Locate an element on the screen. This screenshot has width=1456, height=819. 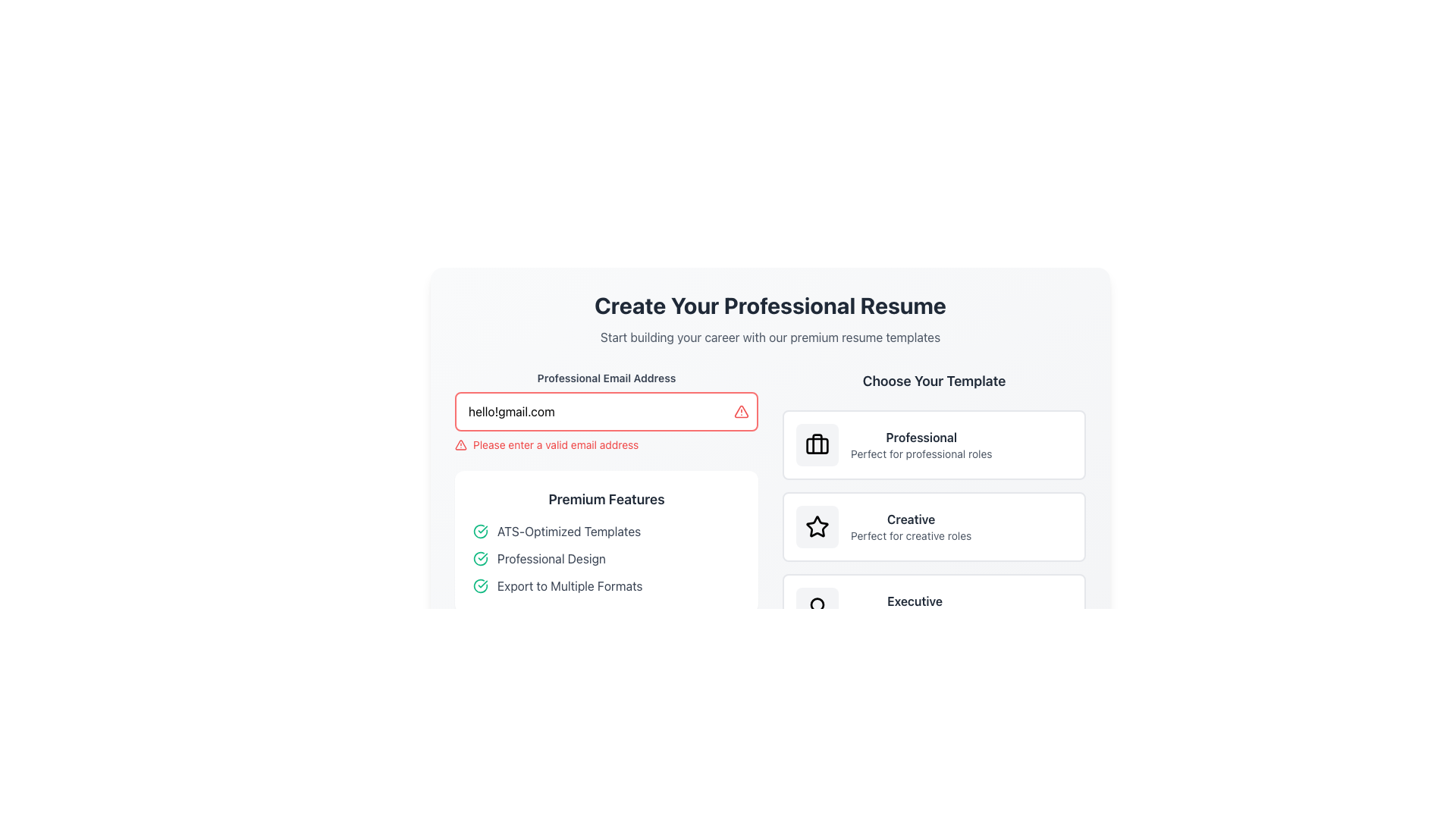
the circular green checkmark icon located to the left of the text 'Professional Design' in the 'Premium Features' list is located at coordinates (479, 558).